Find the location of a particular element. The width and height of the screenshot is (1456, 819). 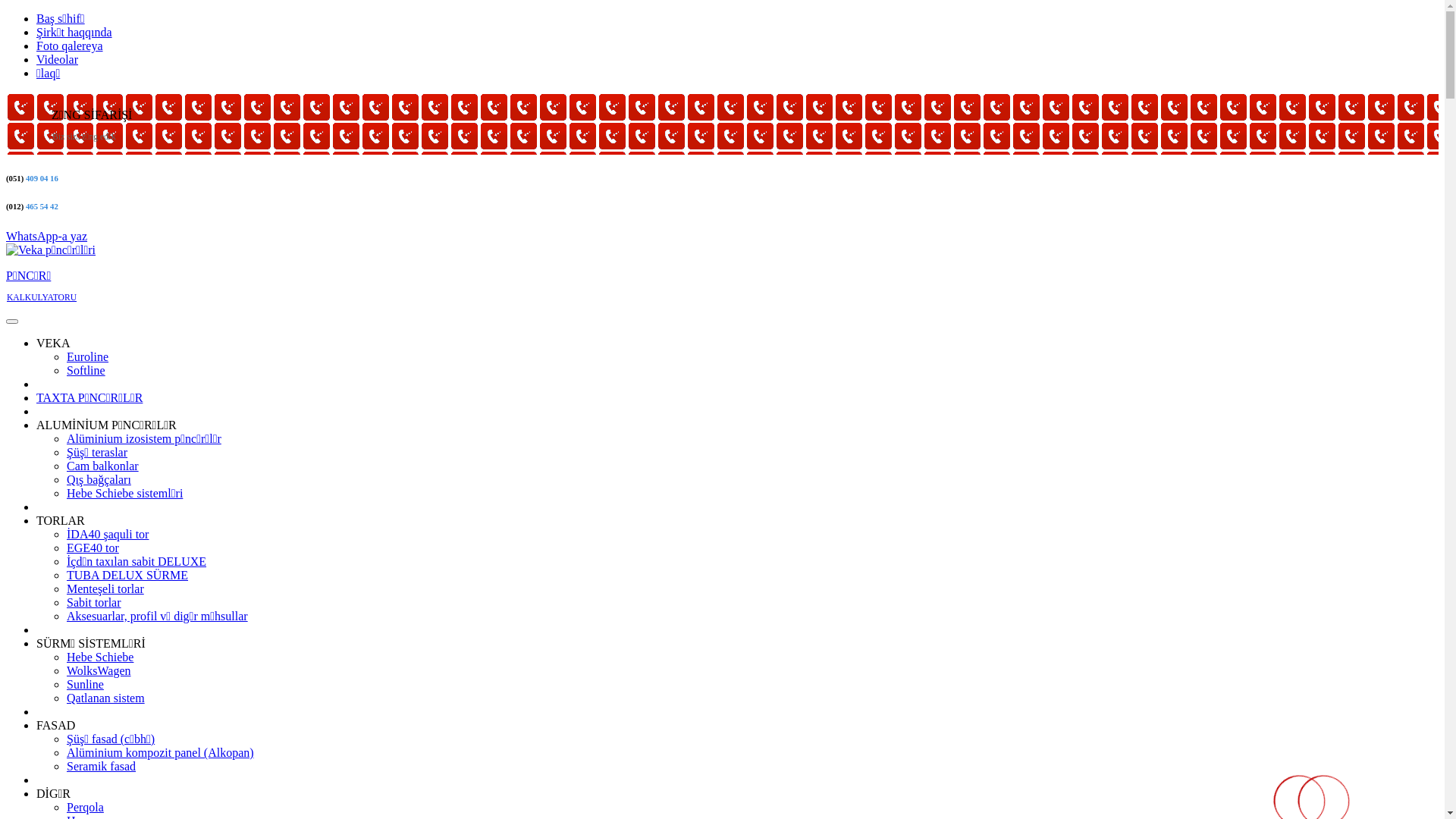

'Sunline' is located at coordinates (84, 684).